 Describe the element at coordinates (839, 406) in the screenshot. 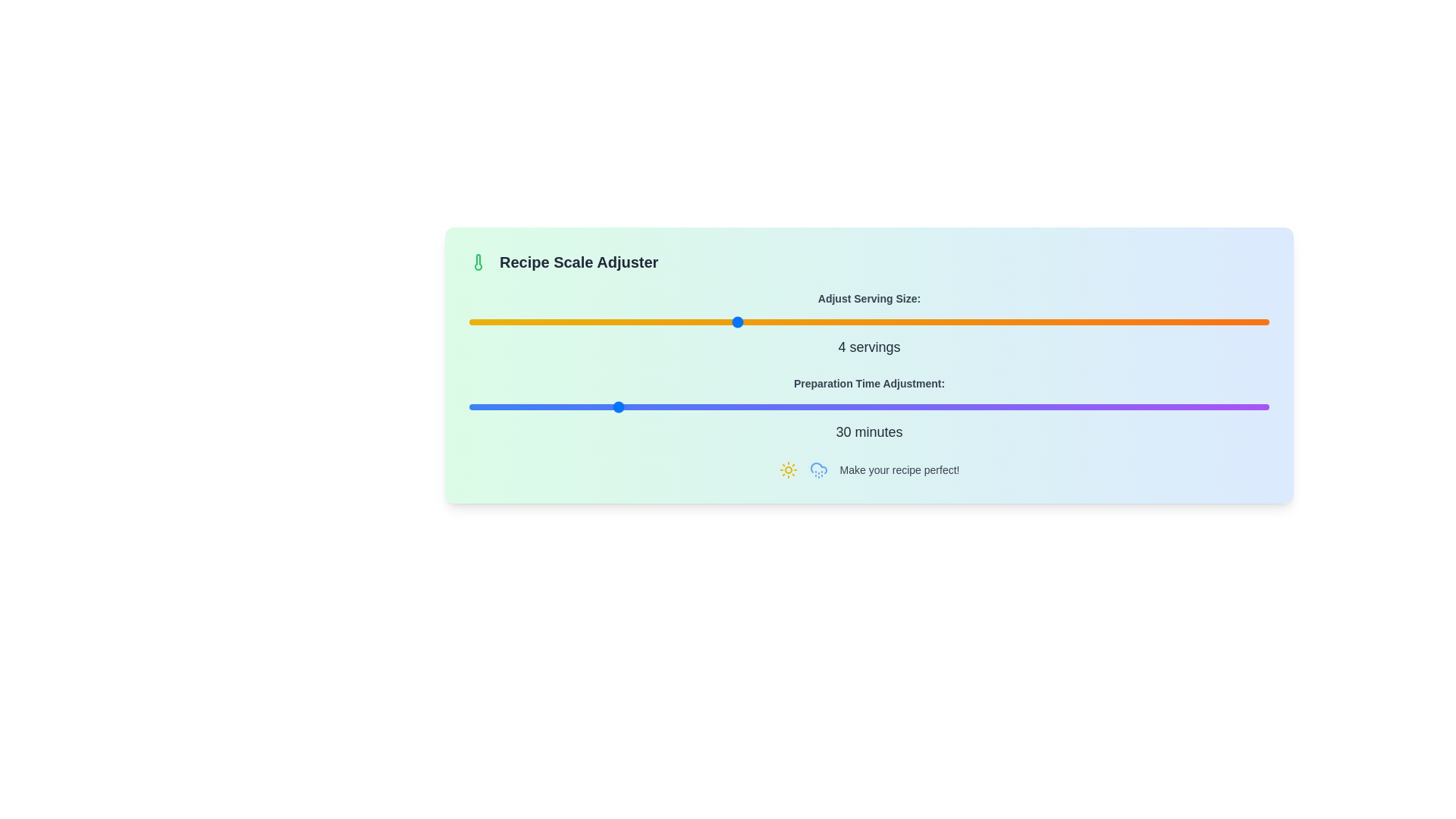

I see `preparation time adjustment` at that location.